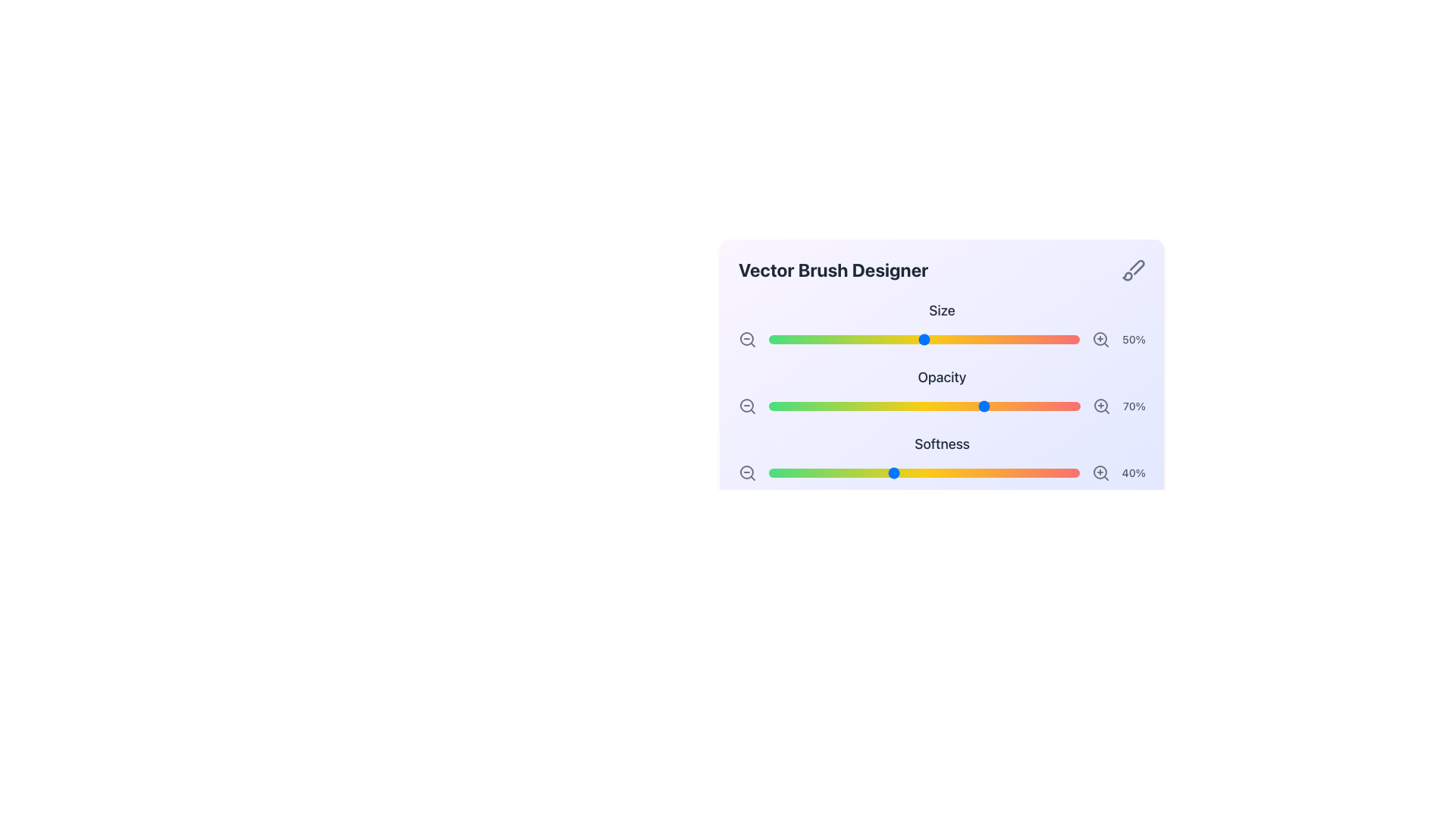 Image resolution: width=1456 pixels, height=819 pixels. I want to click on the circular zoom-out button with a magnifying glass and minus sign located on the leftmost side of the row containing the '40%' label and the softness adjustment slider, so click(747, 472).